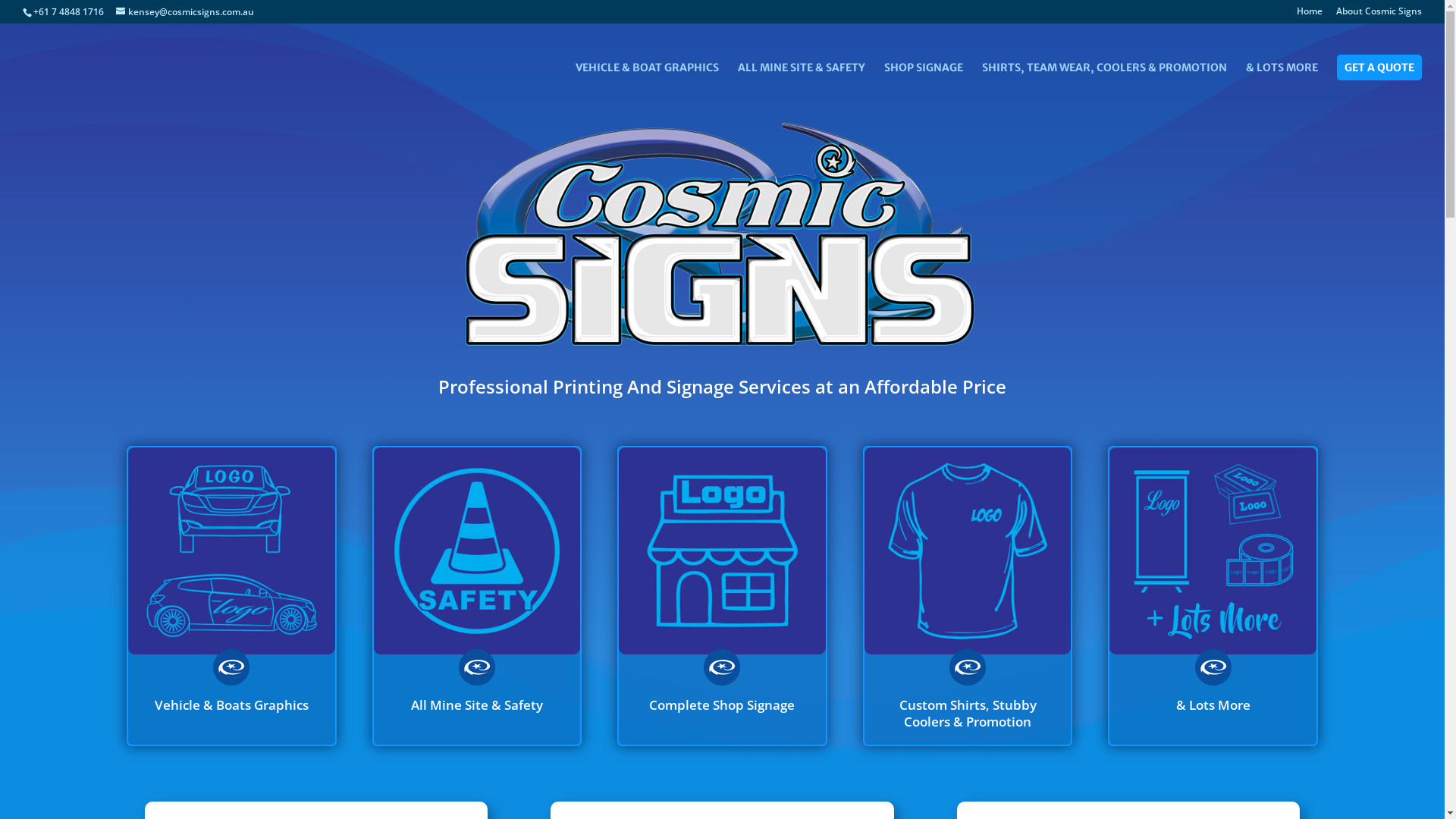  Describe the element at coordinates (967, 550) in the screenshot. I see `'COSMIC-ICON-Custom-Shirts'` at that location.